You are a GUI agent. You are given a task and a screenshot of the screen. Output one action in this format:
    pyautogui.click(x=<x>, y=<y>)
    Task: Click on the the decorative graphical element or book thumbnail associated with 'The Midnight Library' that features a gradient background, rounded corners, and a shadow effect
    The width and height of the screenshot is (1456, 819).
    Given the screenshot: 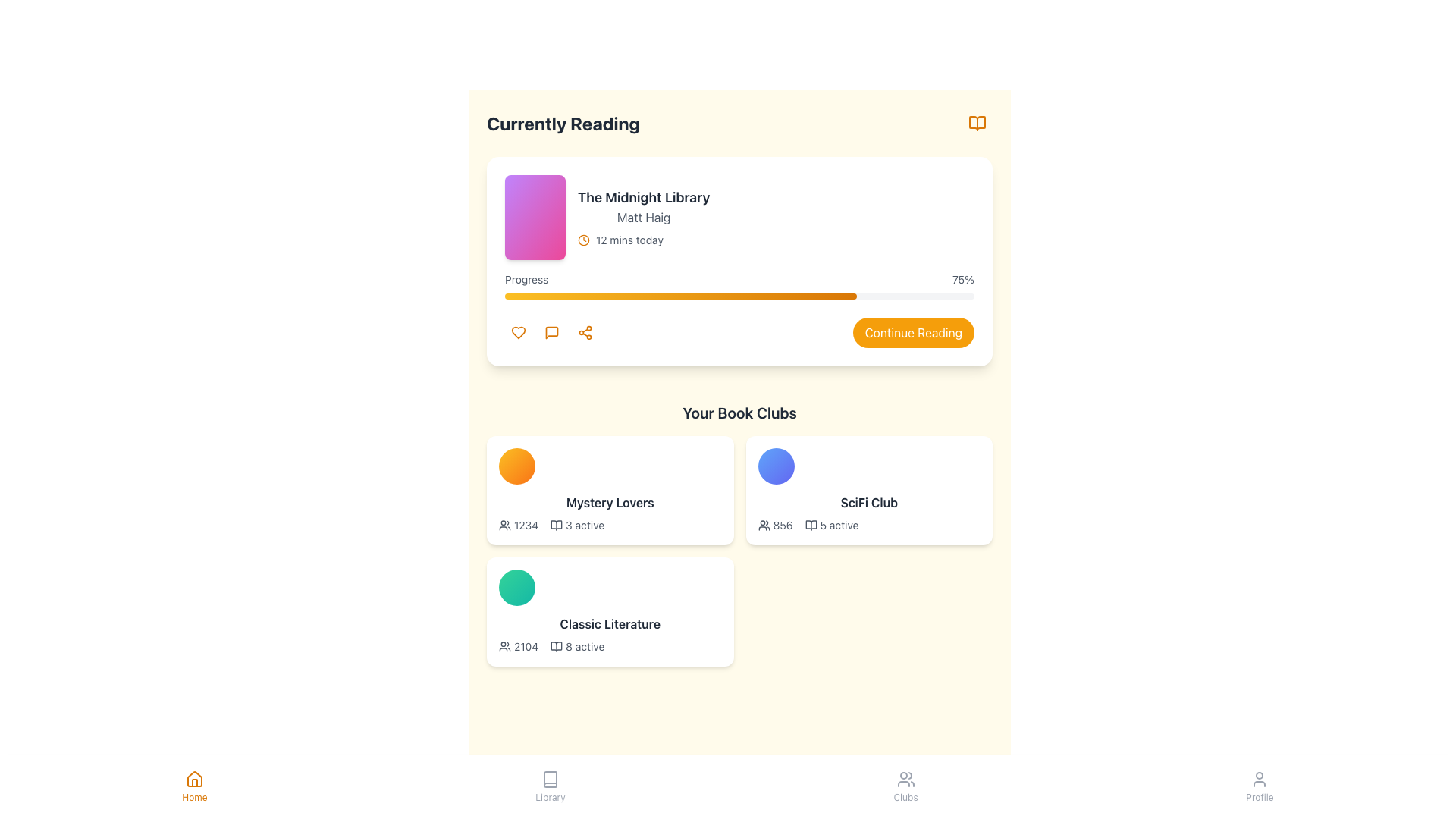 What is the action you would take?
    pyautogui.click(x=535, y=217)
    